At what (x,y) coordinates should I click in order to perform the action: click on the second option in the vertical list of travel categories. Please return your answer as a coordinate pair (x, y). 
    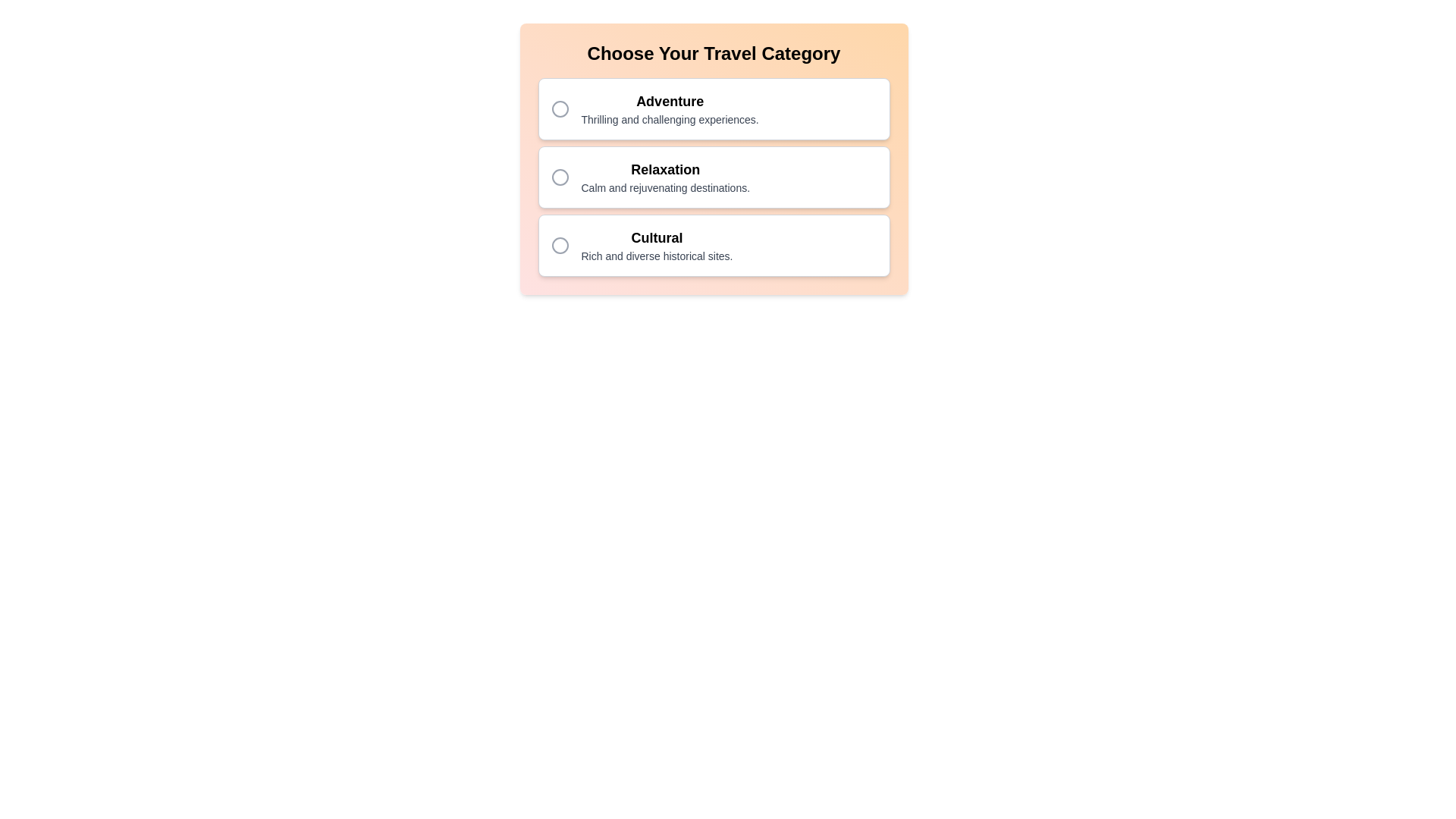
    Looking at the image, I should click on (713, 177).